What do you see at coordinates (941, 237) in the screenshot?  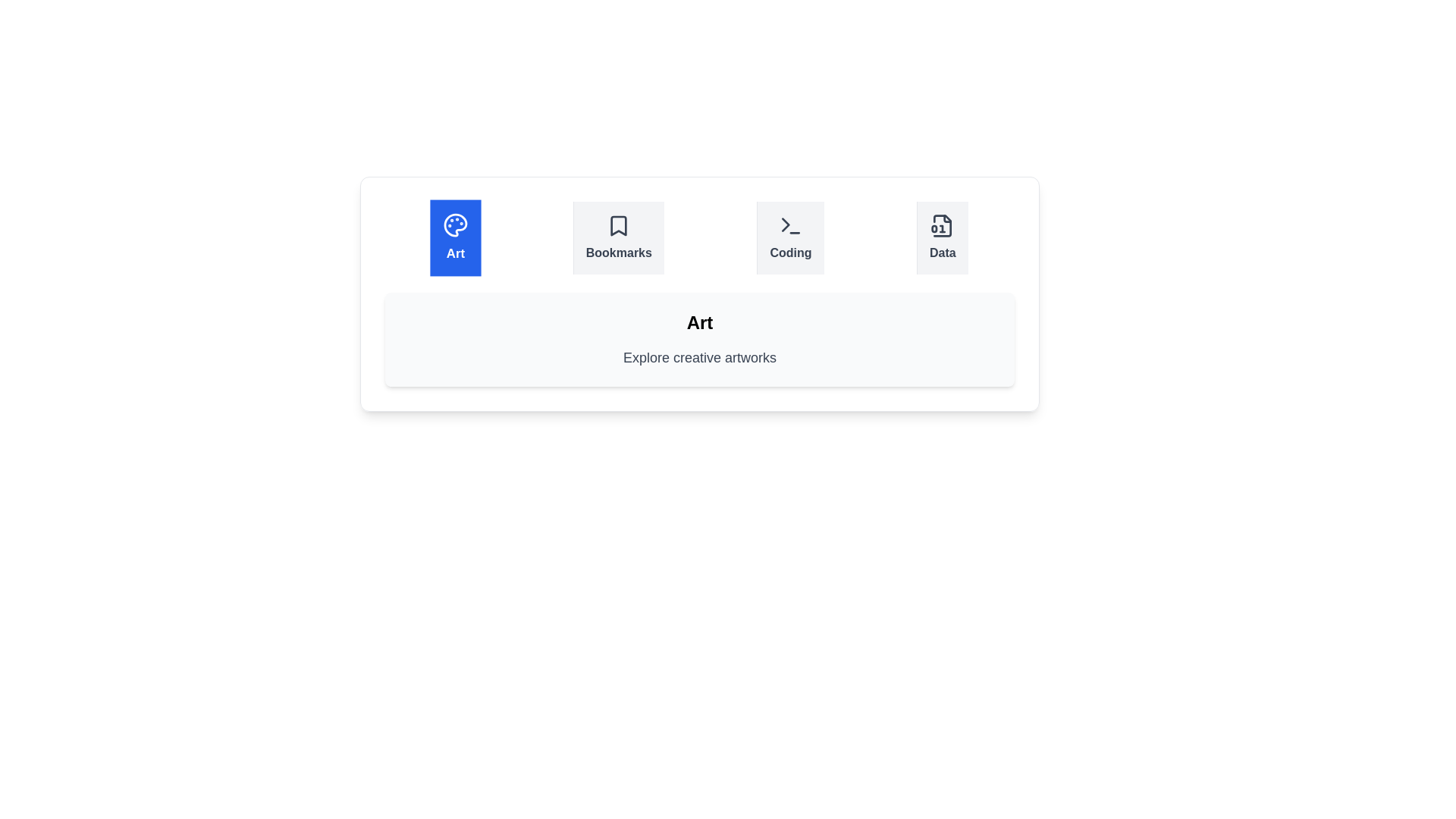 I see `the tab labeled Data to observe its icon and label` at bounding box center [941, 237].